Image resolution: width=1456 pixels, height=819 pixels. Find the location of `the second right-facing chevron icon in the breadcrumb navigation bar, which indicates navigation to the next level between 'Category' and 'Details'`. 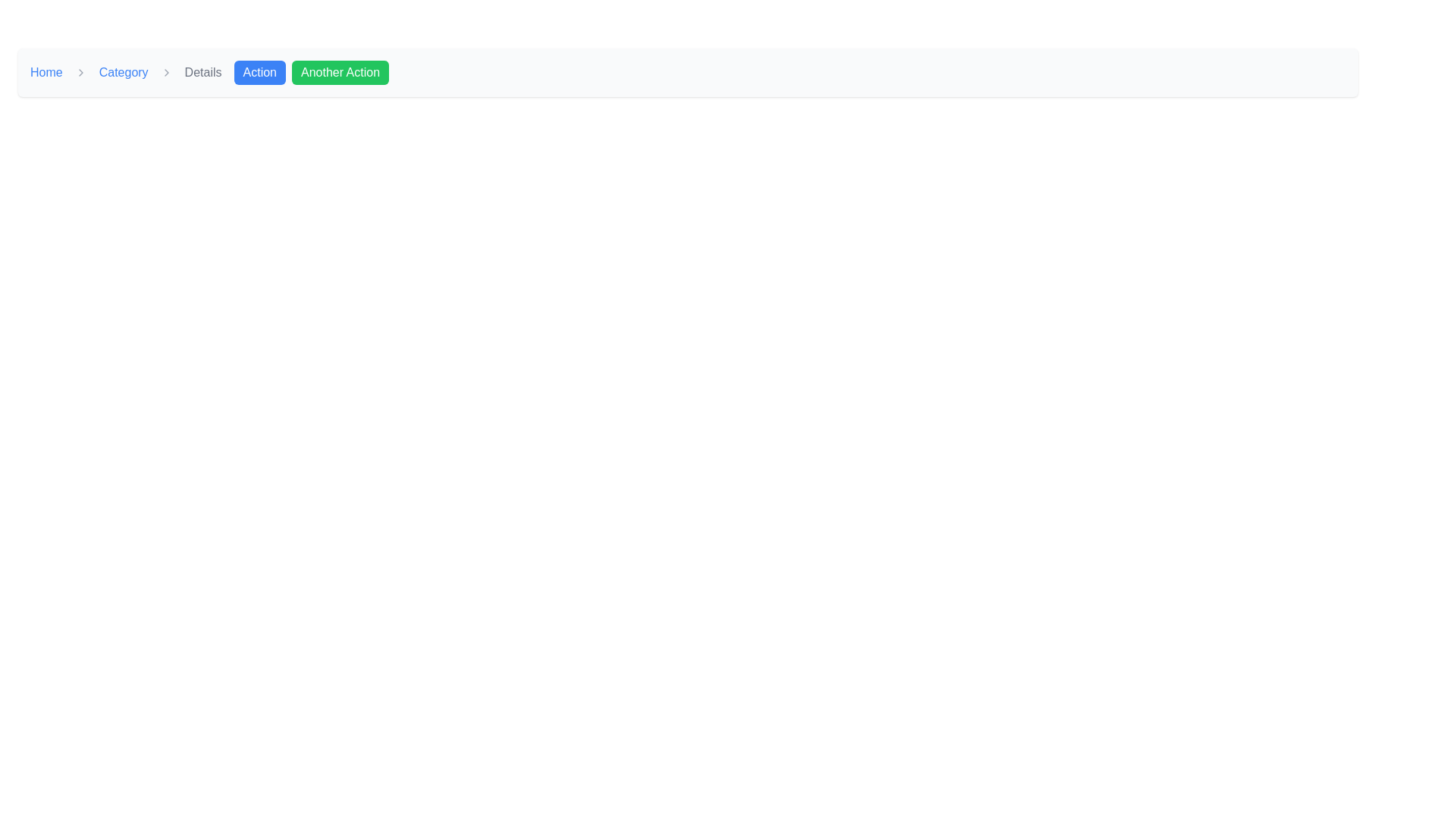

the second right-facing chevron icon in the breadcrumb navigation bar, which indicates navigation to the next level between 'Category' and 'Details' is located at coordinates (166, 73).